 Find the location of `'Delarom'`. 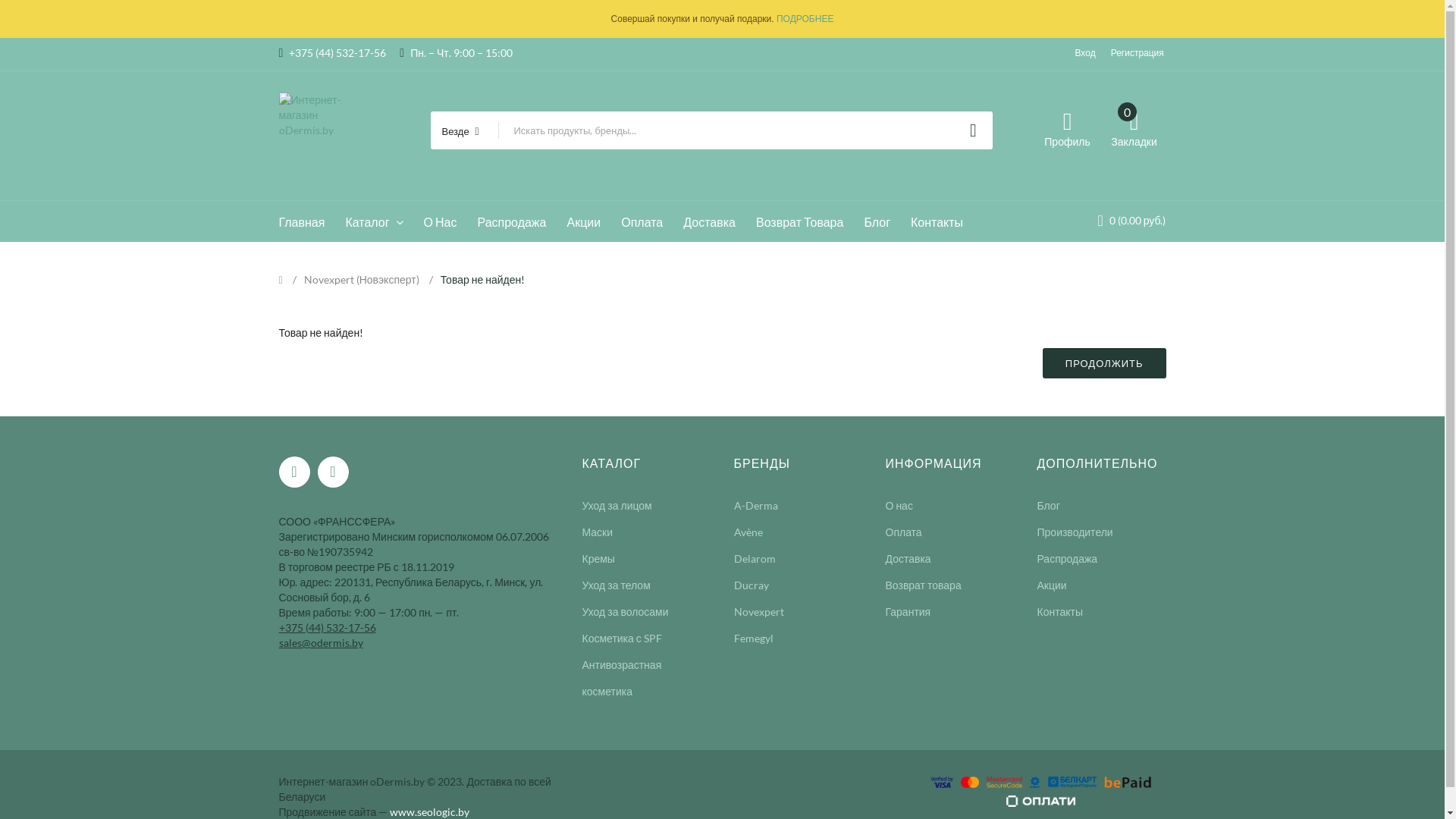

'Delarom' is located at coordinates (755, 558).